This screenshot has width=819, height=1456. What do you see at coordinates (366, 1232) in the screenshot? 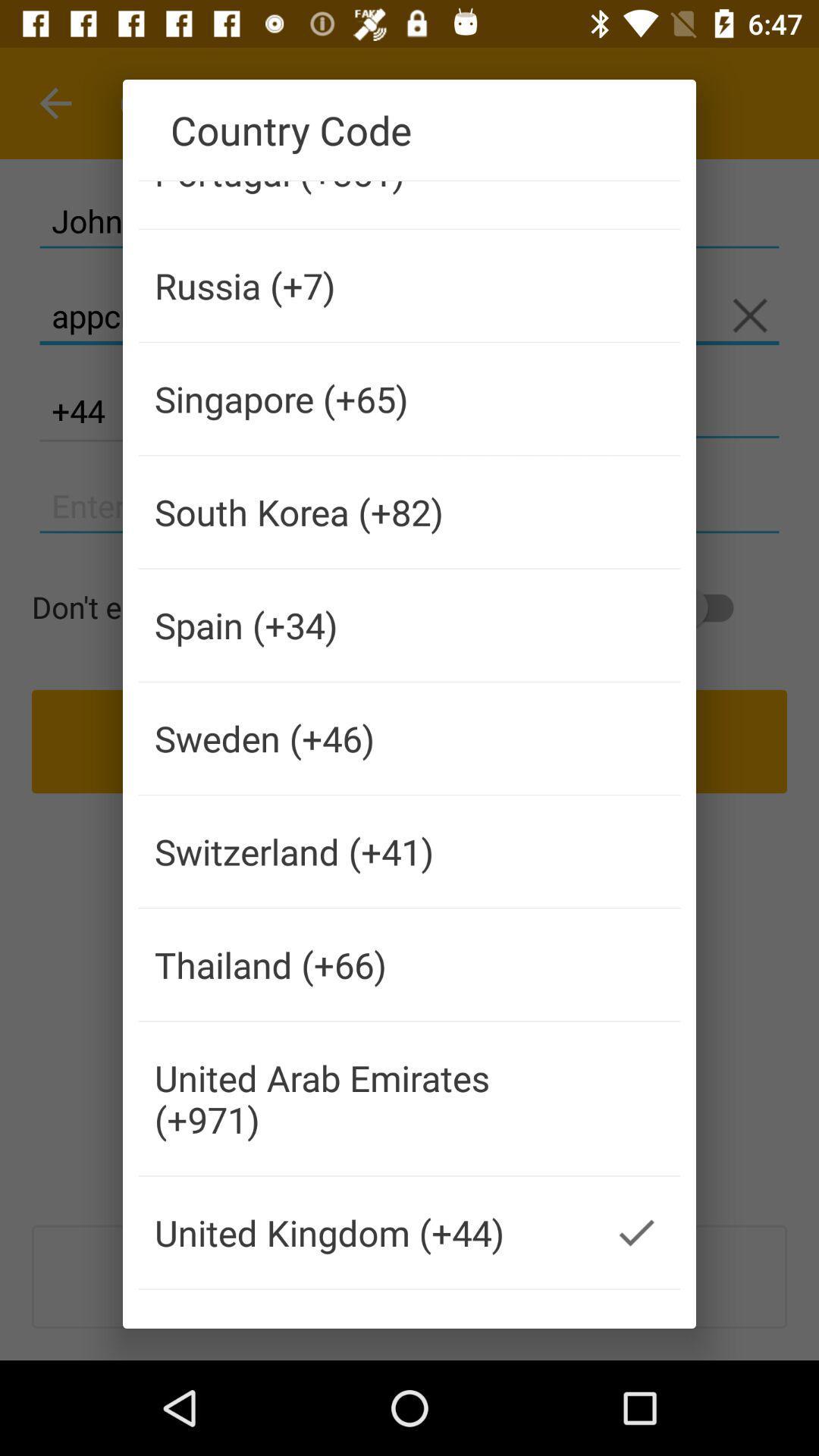
I see `the icon below united arab emirates item` at bounding box center [366, 1232].